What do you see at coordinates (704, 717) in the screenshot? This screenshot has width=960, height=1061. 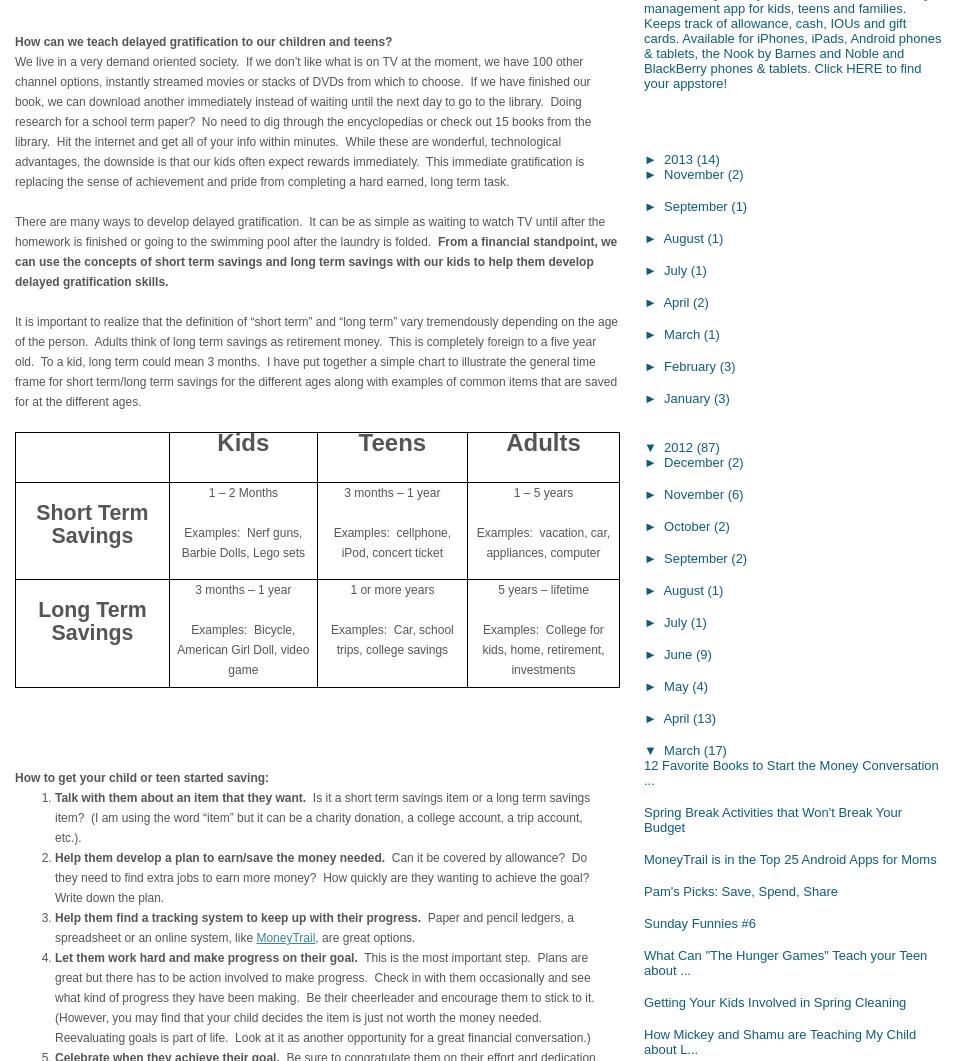 I see `'(13)'` at bounding box center [704, 717].